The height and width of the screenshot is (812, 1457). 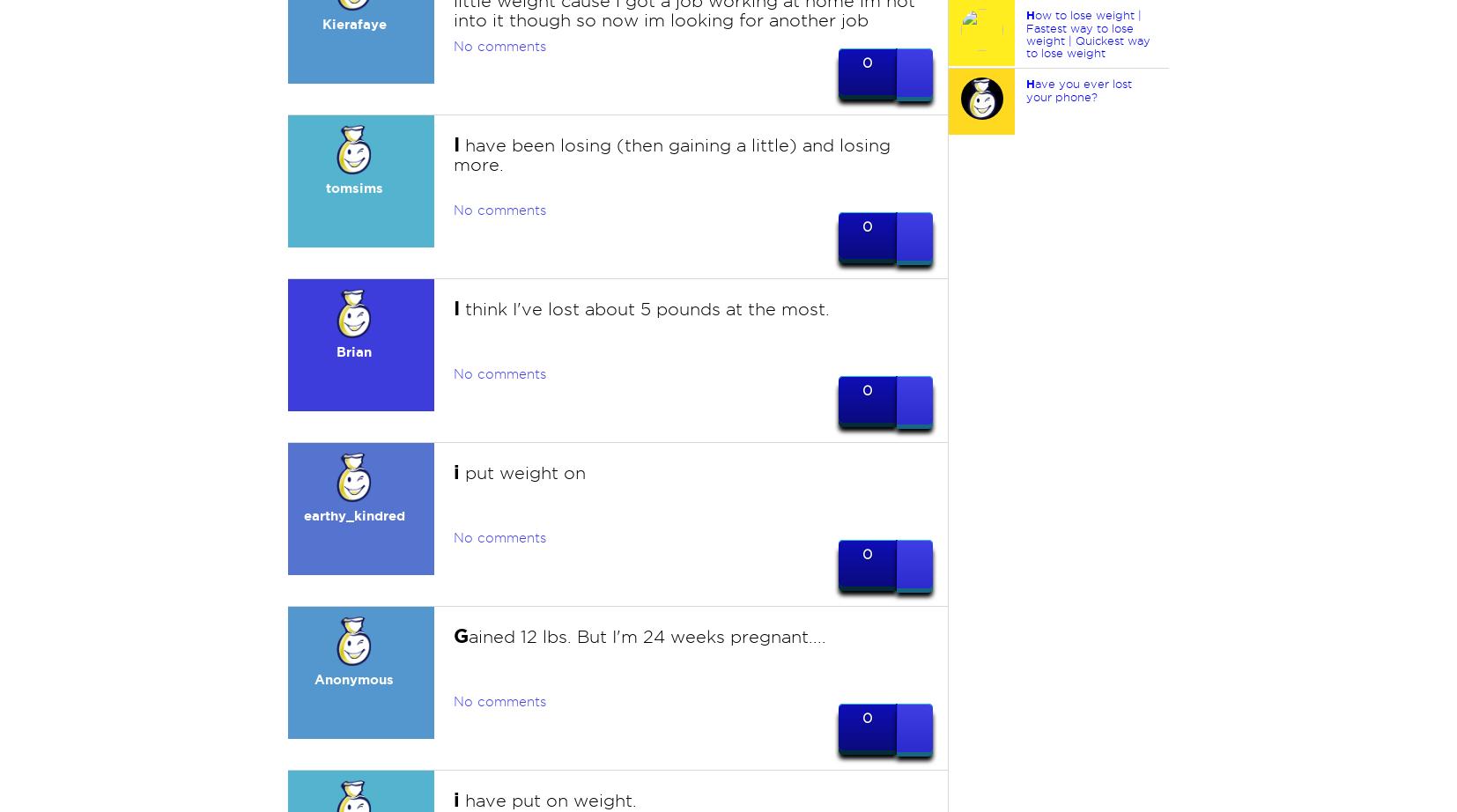 What do you see at coordinates (1086, 33) in the screenshot?
I see `'ow to lose weight | Fastest way to lose weight | Quickest way to lose weight'` at bounding box center [1086, 33].